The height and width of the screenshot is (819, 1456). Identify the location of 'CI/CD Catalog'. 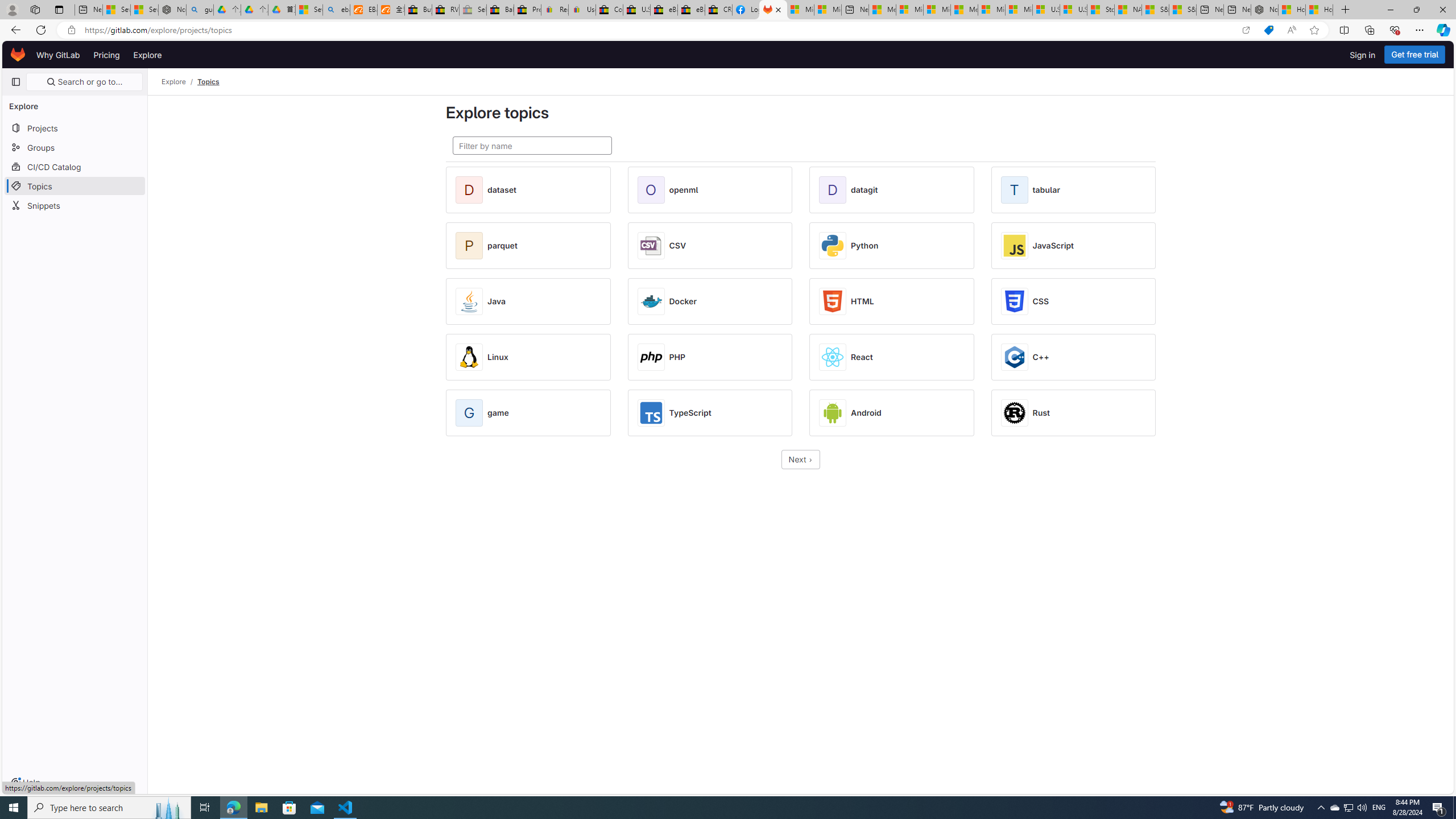
(74, 166).